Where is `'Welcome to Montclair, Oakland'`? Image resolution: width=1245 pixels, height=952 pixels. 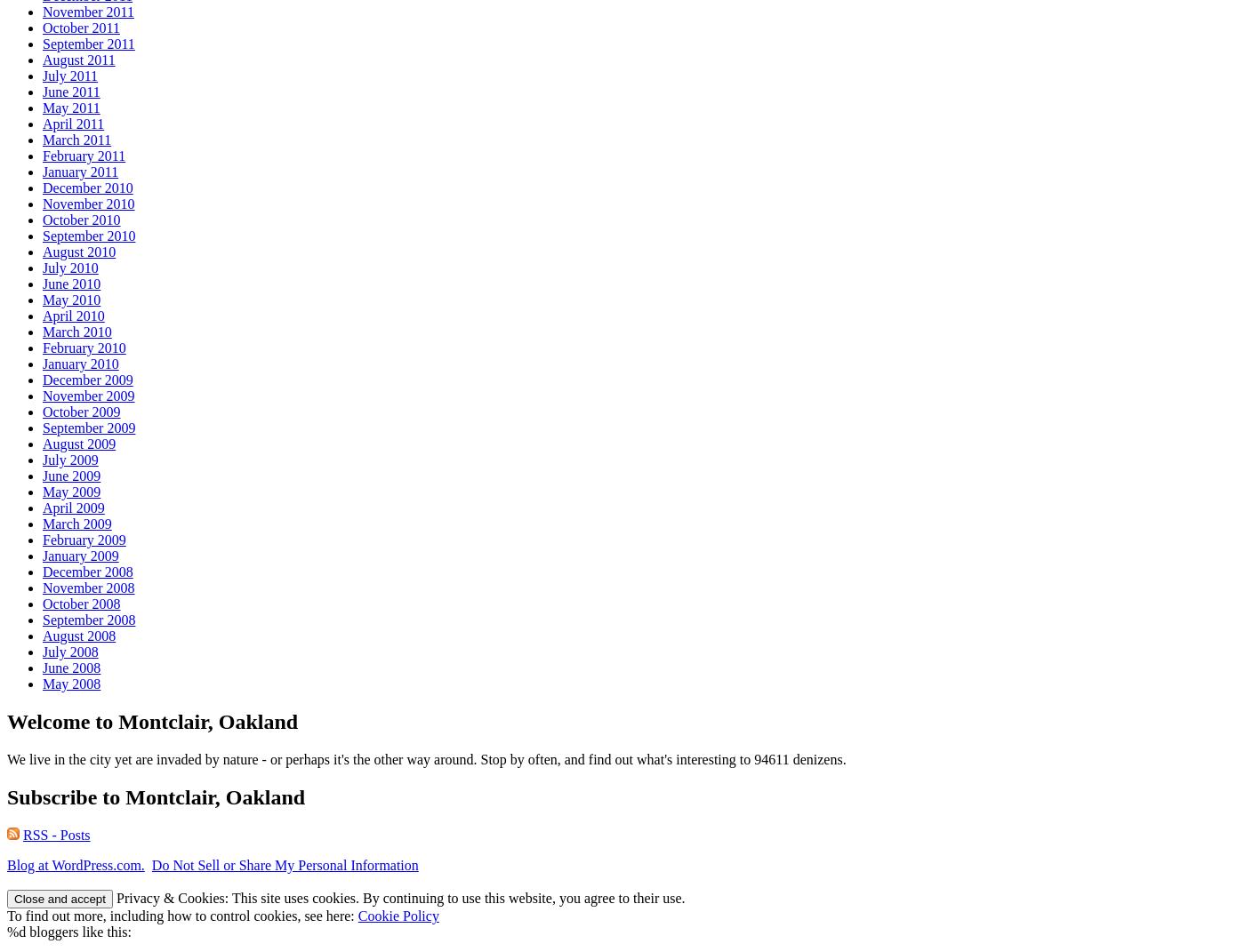 'Welcome to Montclair, Oakland' is located at coordinates (152, 721).